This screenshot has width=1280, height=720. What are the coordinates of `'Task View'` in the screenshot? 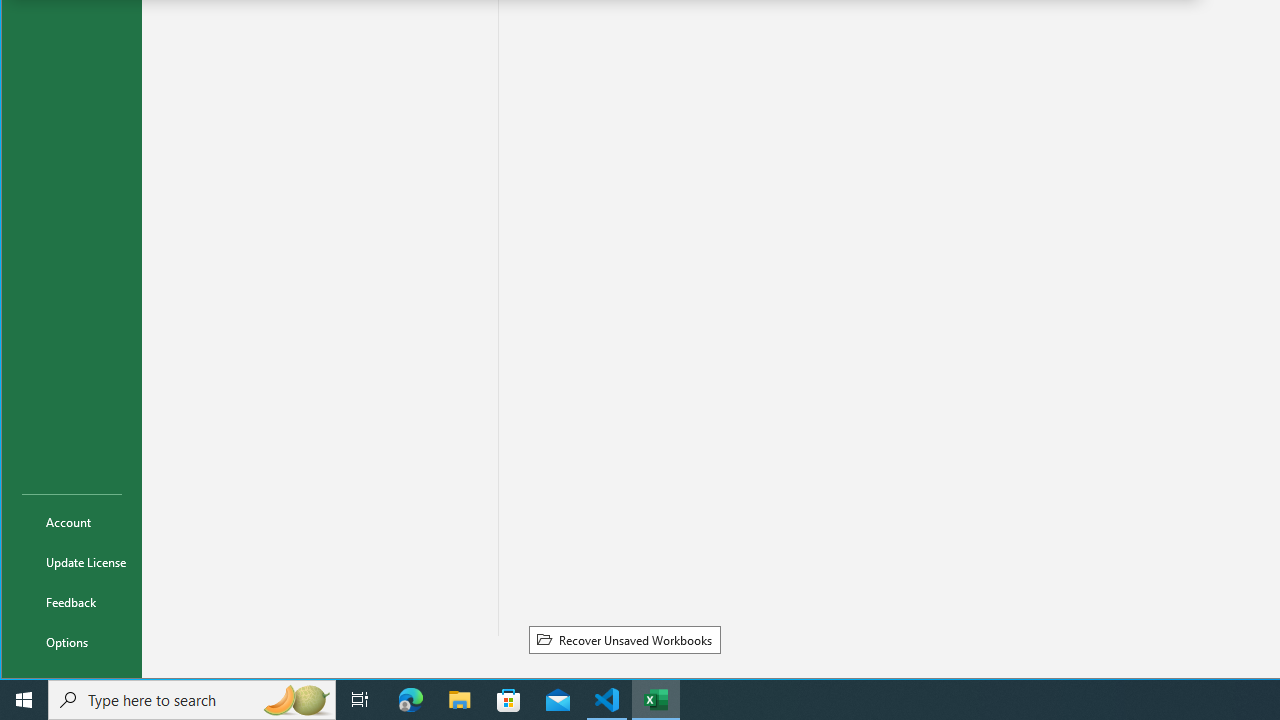 It's located at (359, 698).